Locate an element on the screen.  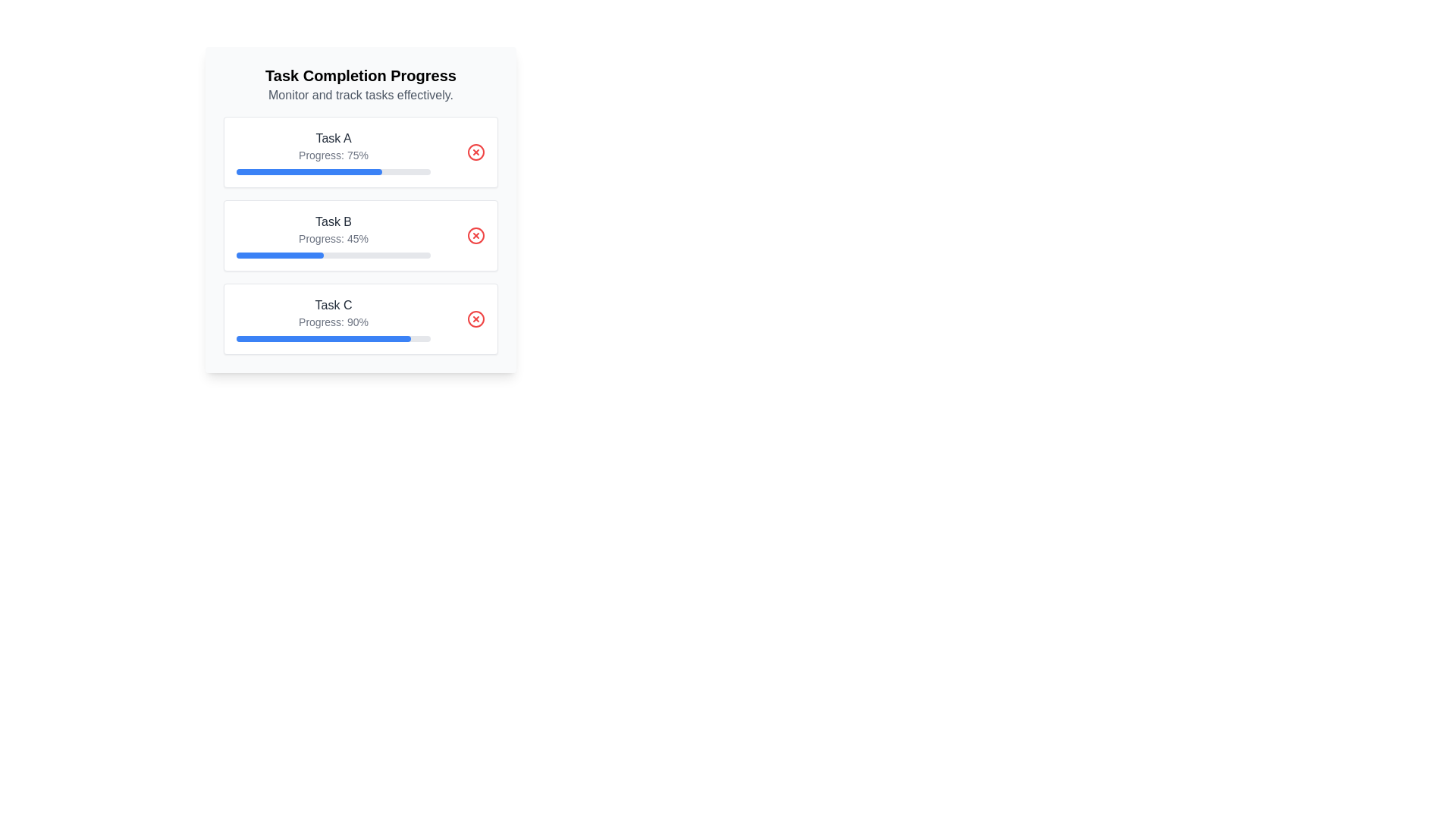
the text label that reads 'Monitor and track tasks effectively.', which is styled in gray and located under the title 'Task Completion Progress' is located at coordinates (359, 96).